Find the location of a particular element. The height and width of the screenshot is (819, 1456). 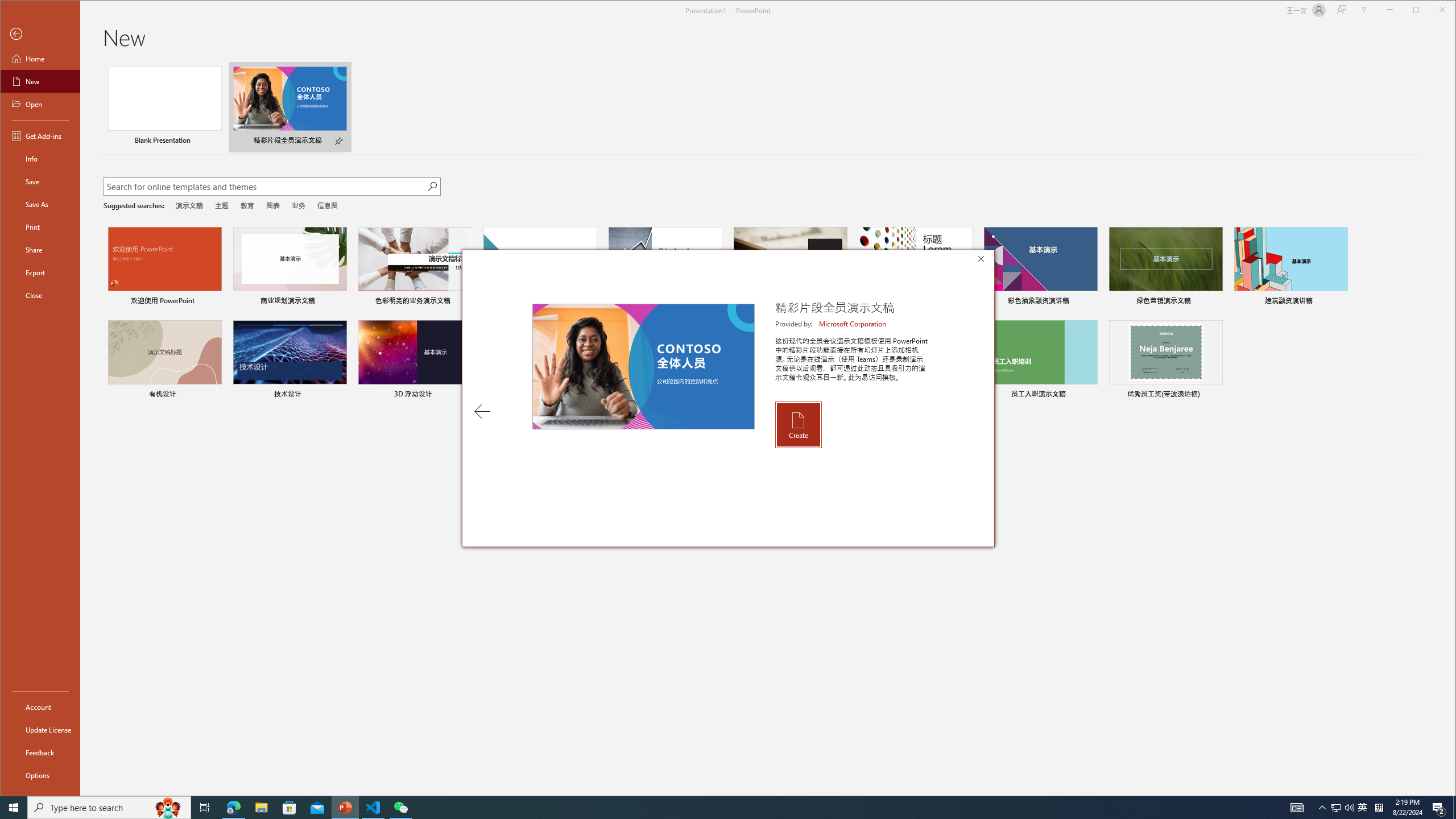

'Options' is located at coordinates (39, 775).